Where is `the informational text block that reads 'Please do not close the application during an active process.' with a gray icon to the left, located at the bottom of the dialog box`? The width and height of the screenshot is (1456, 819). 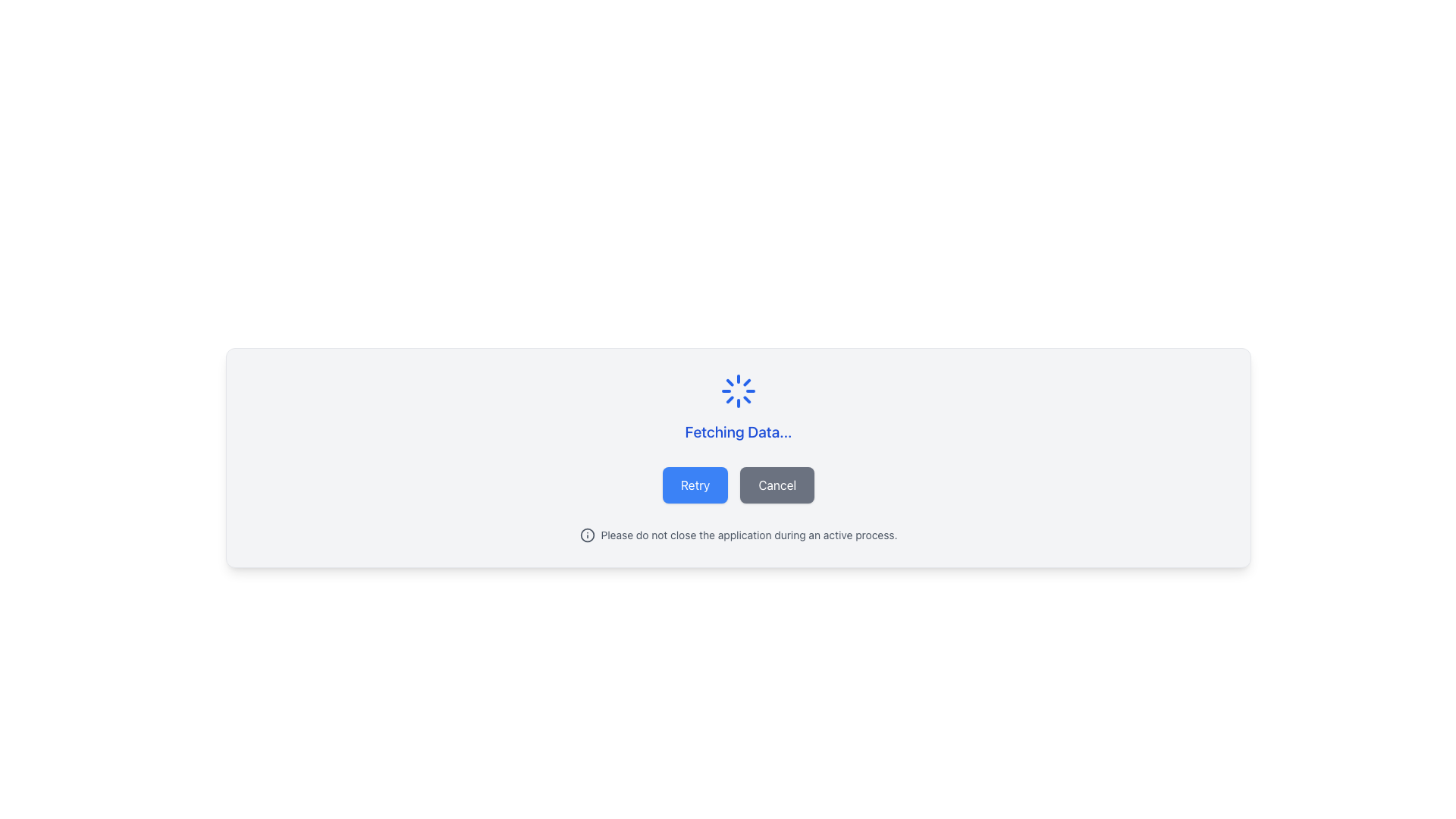 the informational text block that reads 'Please do not close the application during an active process.' with a gray icon to the left, located at the bottom of the dialog box is located at coordinates (739, 534).